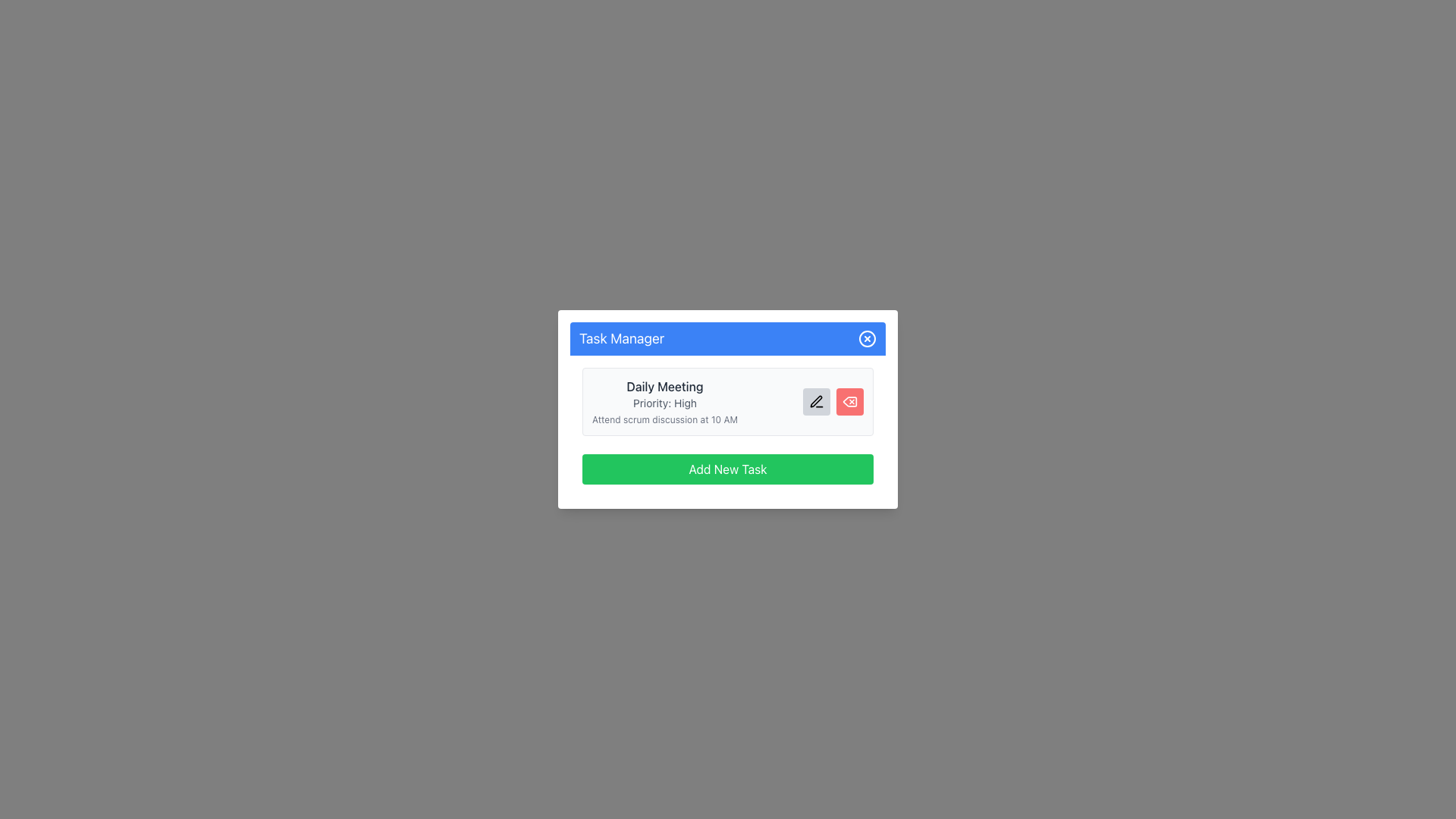  What do you see at coordinates (867, 338) in the screenshot?
I see `the SVG circle graphical element that is part of the close button in the blue header bar labeled 'Task Manager'` at bounding box center [867, 338].